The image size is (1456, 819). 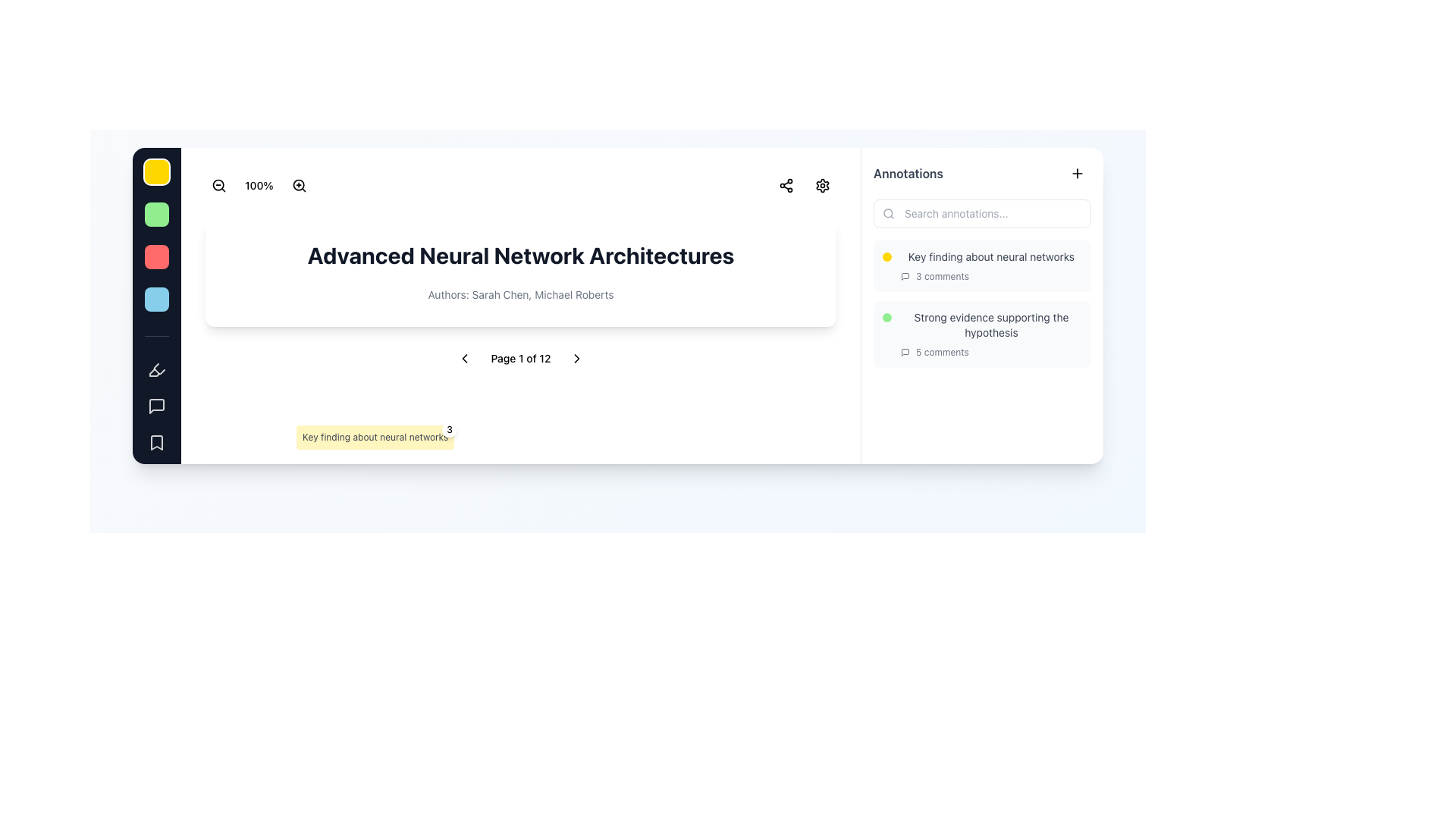 I want to click on the text label that serves as the header for the annotations section, positioned in the right-side panel near the top-left corner, preceding the search bar, so click(x=908, y=172).